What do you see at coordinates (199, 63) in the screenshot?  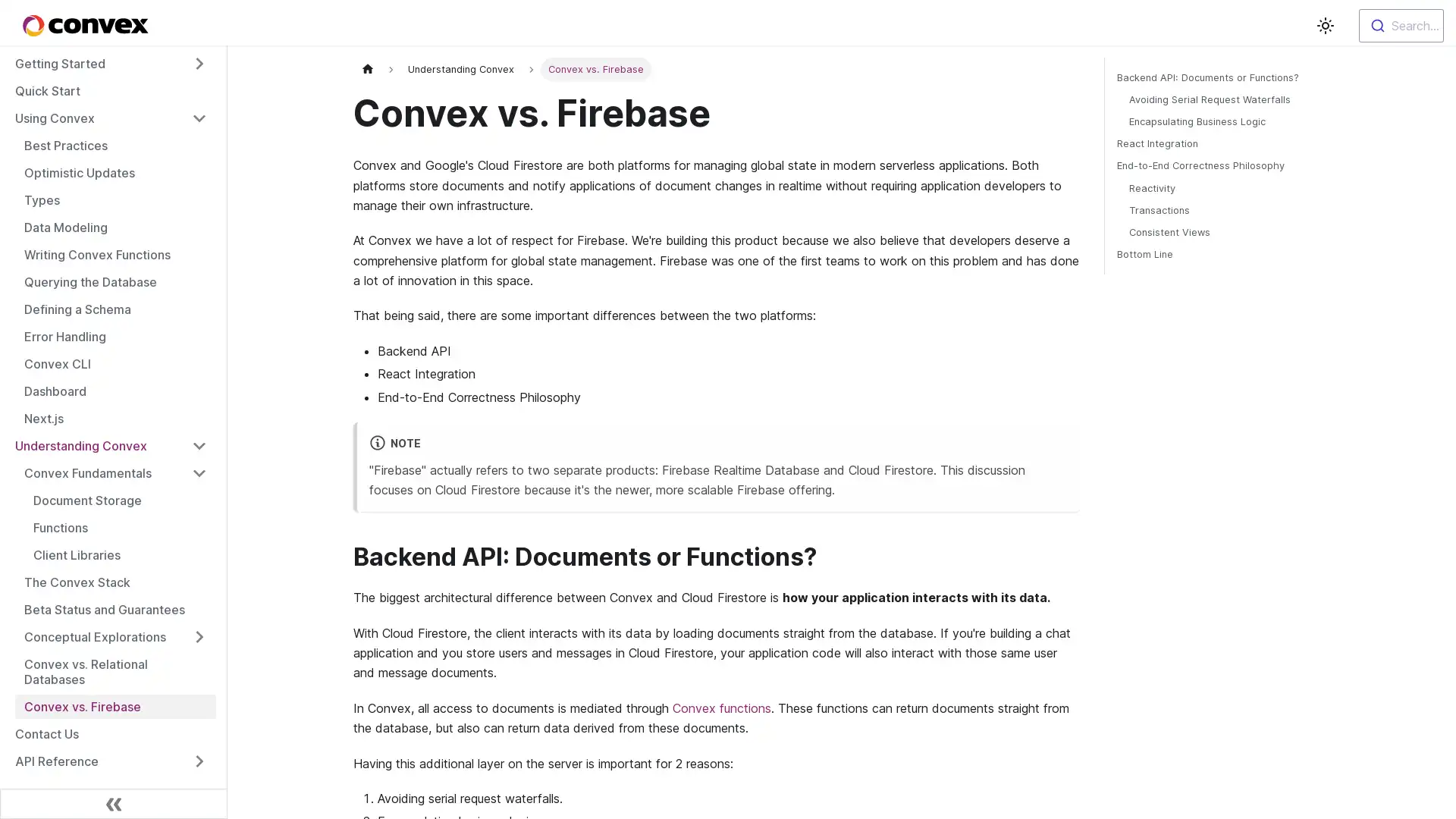 I see `Toggle the collapsible sidebar category 'Getting Started'` at bounding box center [199, 63].